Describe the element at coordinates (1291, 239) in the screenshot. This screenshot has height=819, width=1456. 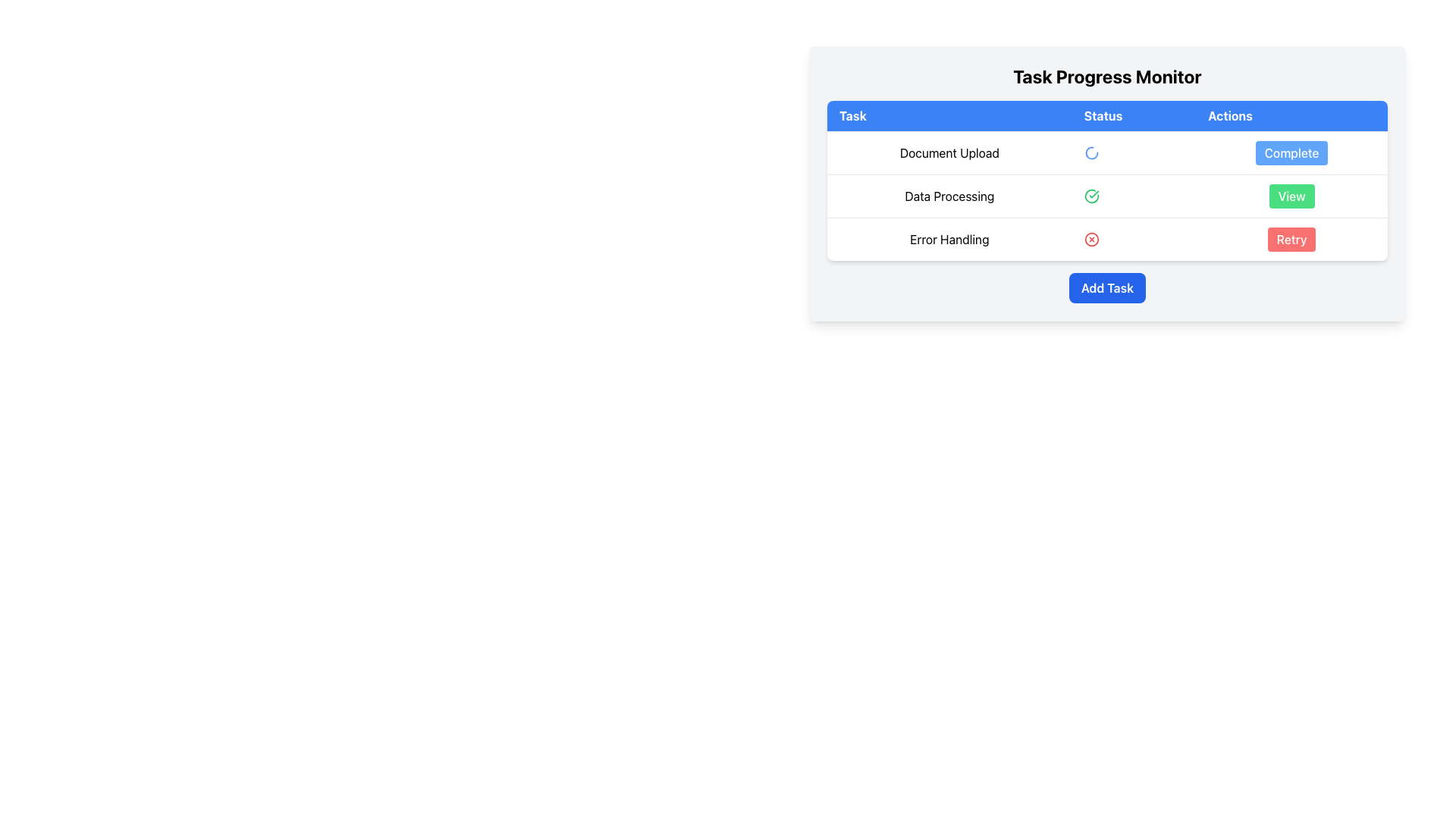
I see `the 'Retry' button with rounded corners and red background located in the 'Actions' column of the table for 'Error Handling'` at that location.